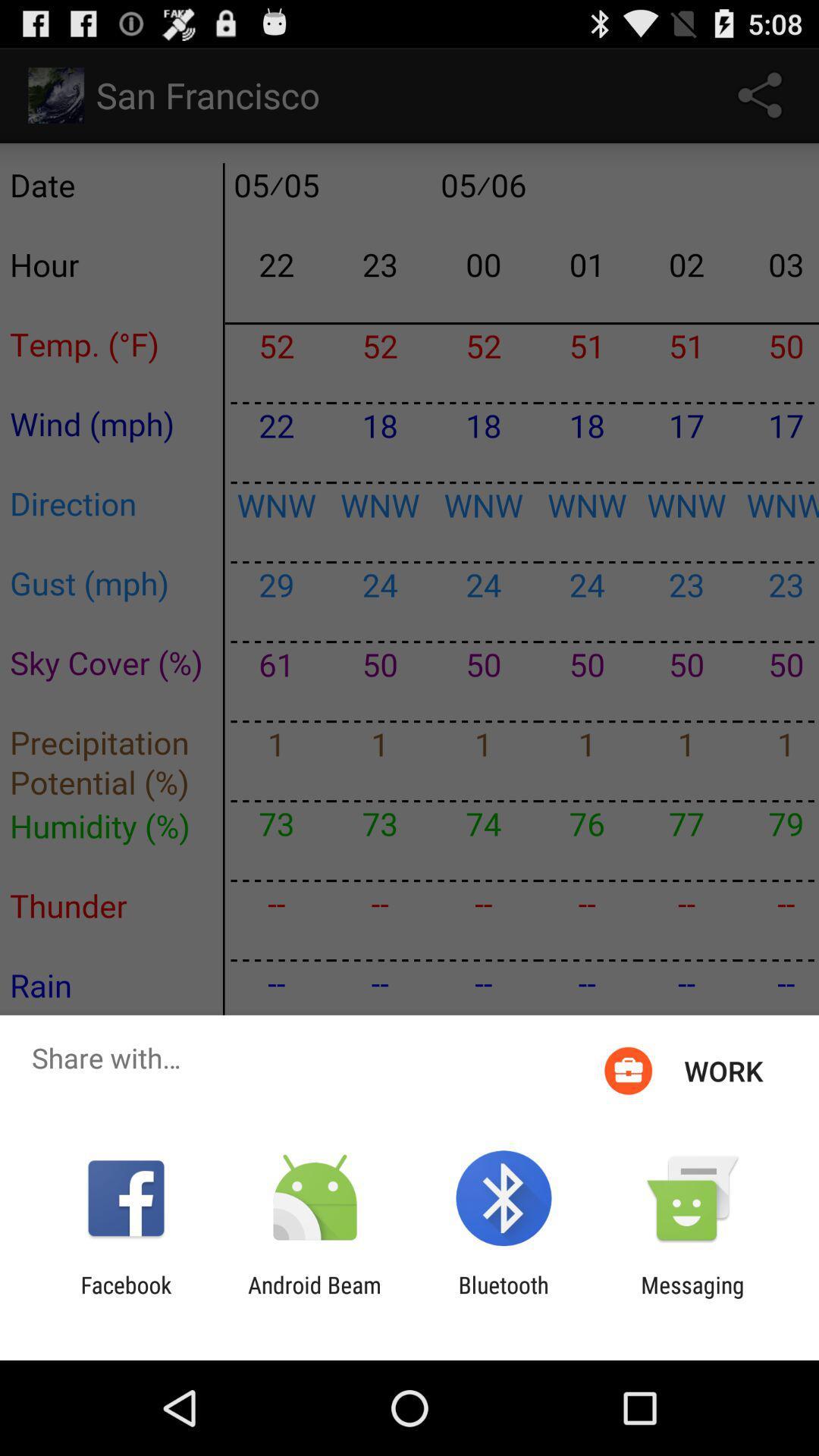 The width and height of the screenshot is (819, 1456). What do you see at coordinates (692, 1298) in the screenshot?
I see `the app next to bluetooth` at bounding box center [692, 1298].